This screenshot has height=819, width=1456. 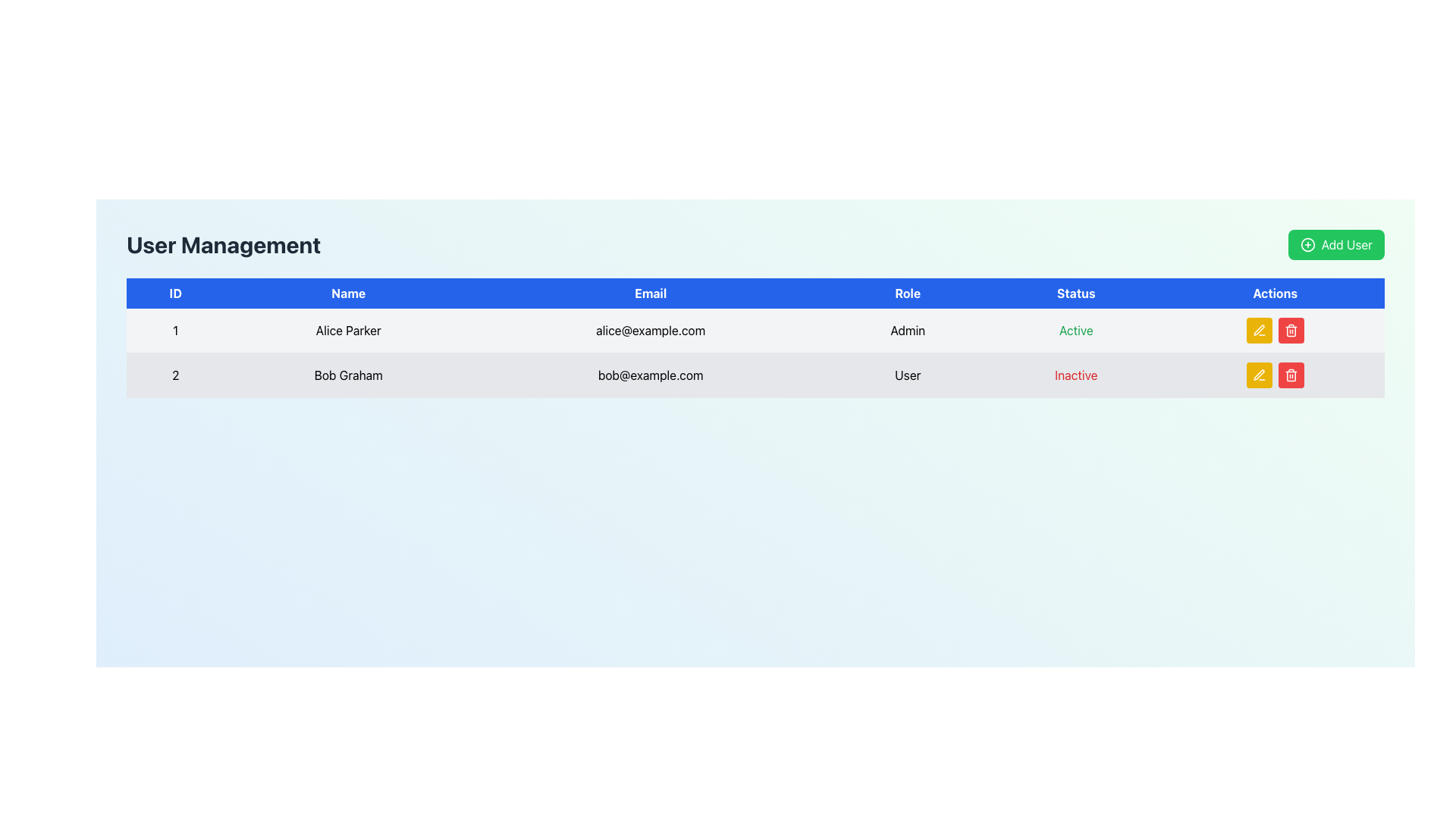 I want to click on the status indicator text label for user 'Bob Graham', which shows that he is inactive, located in the second row of the status column in the tabular section, so click(x=1075, y=375).